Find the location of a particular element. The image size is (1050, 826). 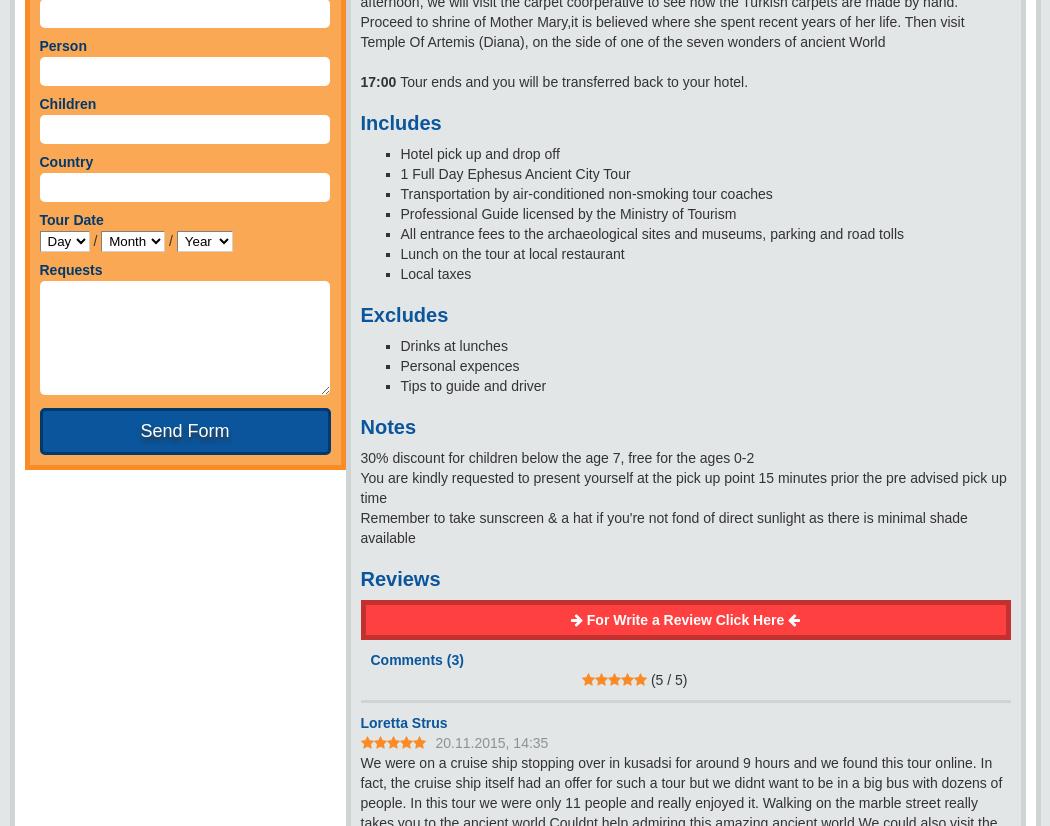

'Hotel pick up and drop off' is located at coordinates (400, 152).